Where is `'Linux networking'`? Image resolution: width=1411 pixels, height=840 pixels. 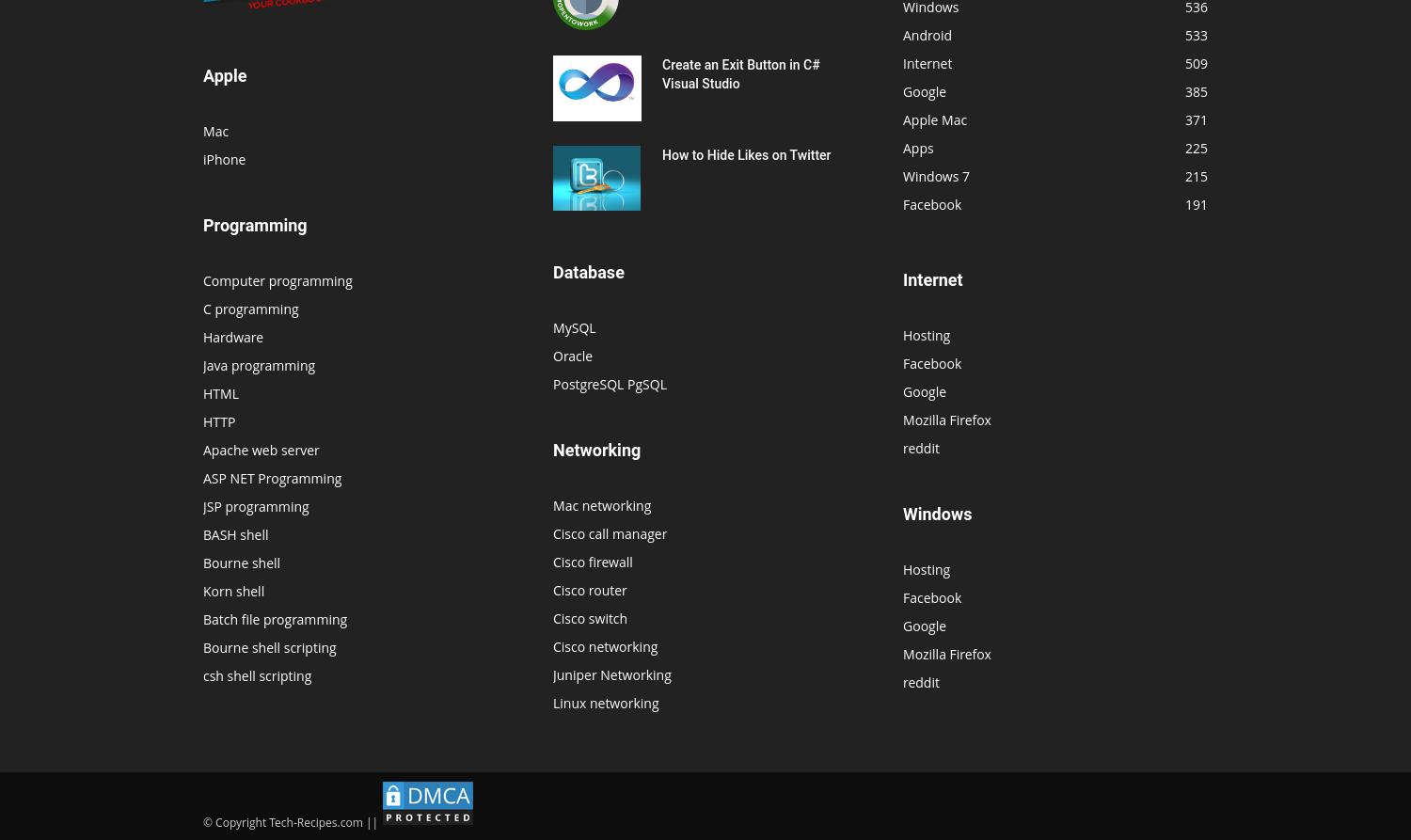
'Linux networking' is located at coordinates (605, 701).